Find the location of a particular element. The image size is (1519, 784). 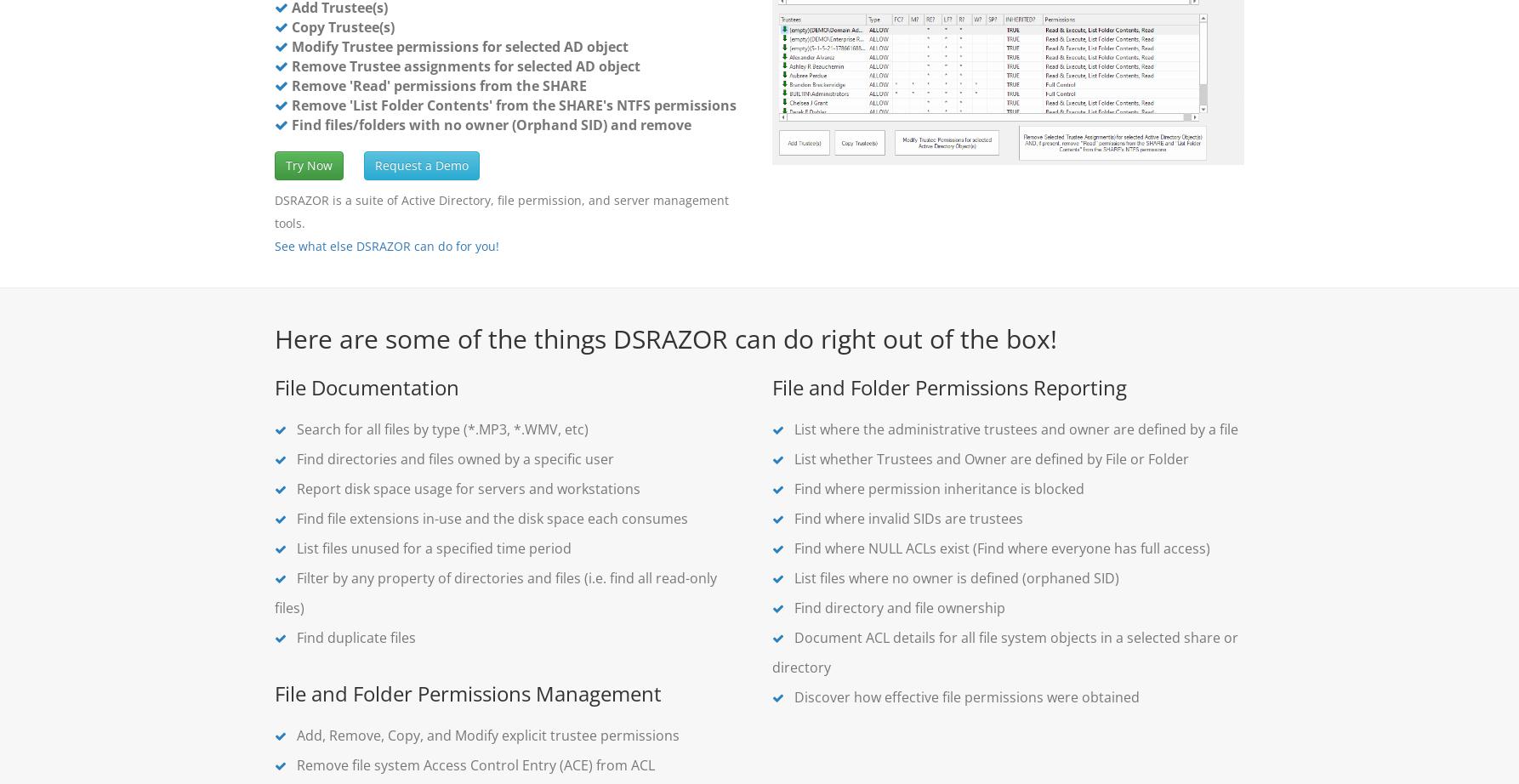

'Search for all files by type (*.MP3, *.WMV, etc)' is located at coordinates (440, 429).